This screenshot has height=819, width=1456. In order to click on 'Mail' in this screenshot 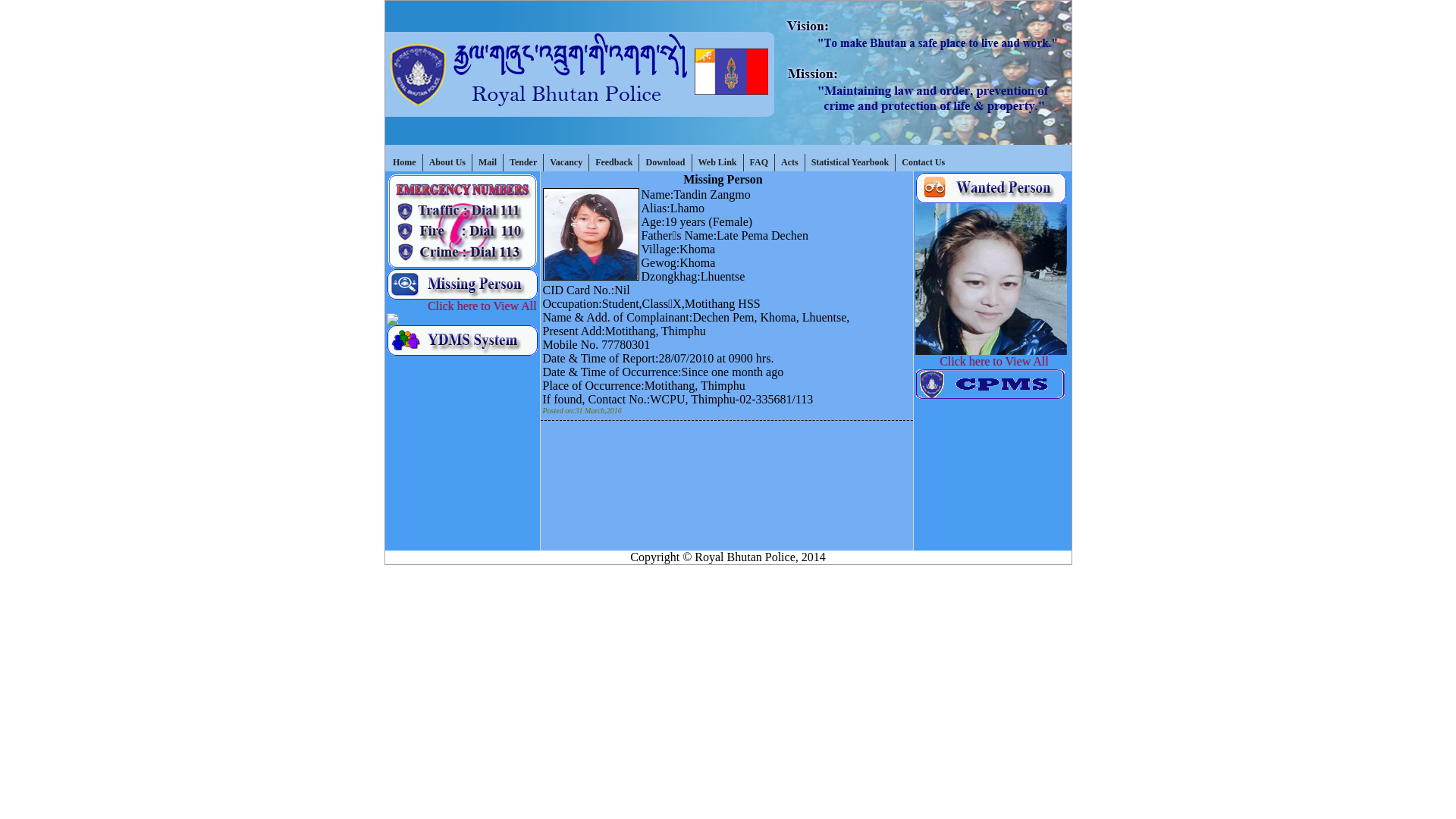, I will do `click(488, 162)`.